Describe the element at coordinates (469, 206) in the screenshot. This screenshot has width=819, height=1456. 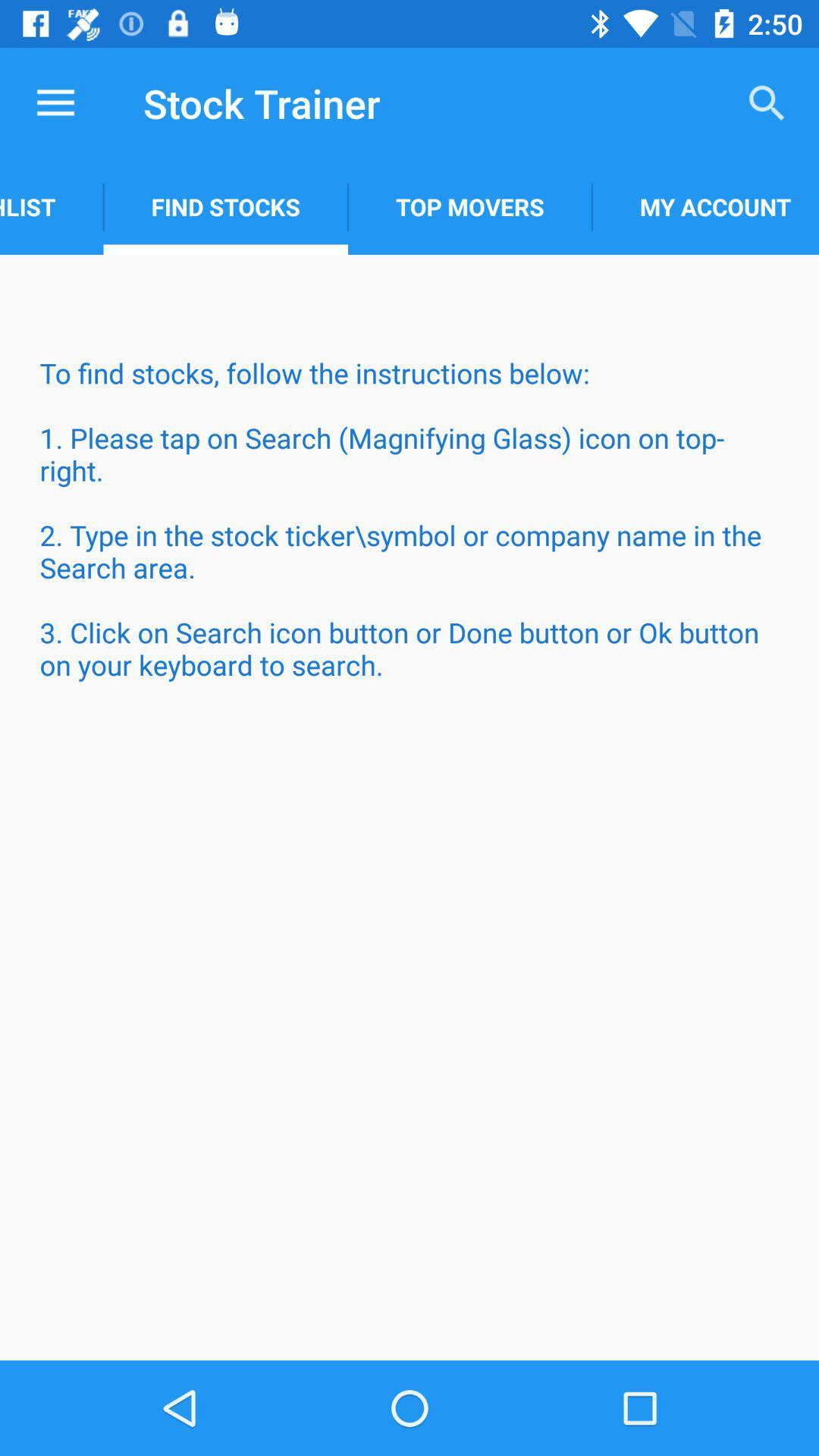
I see `the top movers app` at that location.